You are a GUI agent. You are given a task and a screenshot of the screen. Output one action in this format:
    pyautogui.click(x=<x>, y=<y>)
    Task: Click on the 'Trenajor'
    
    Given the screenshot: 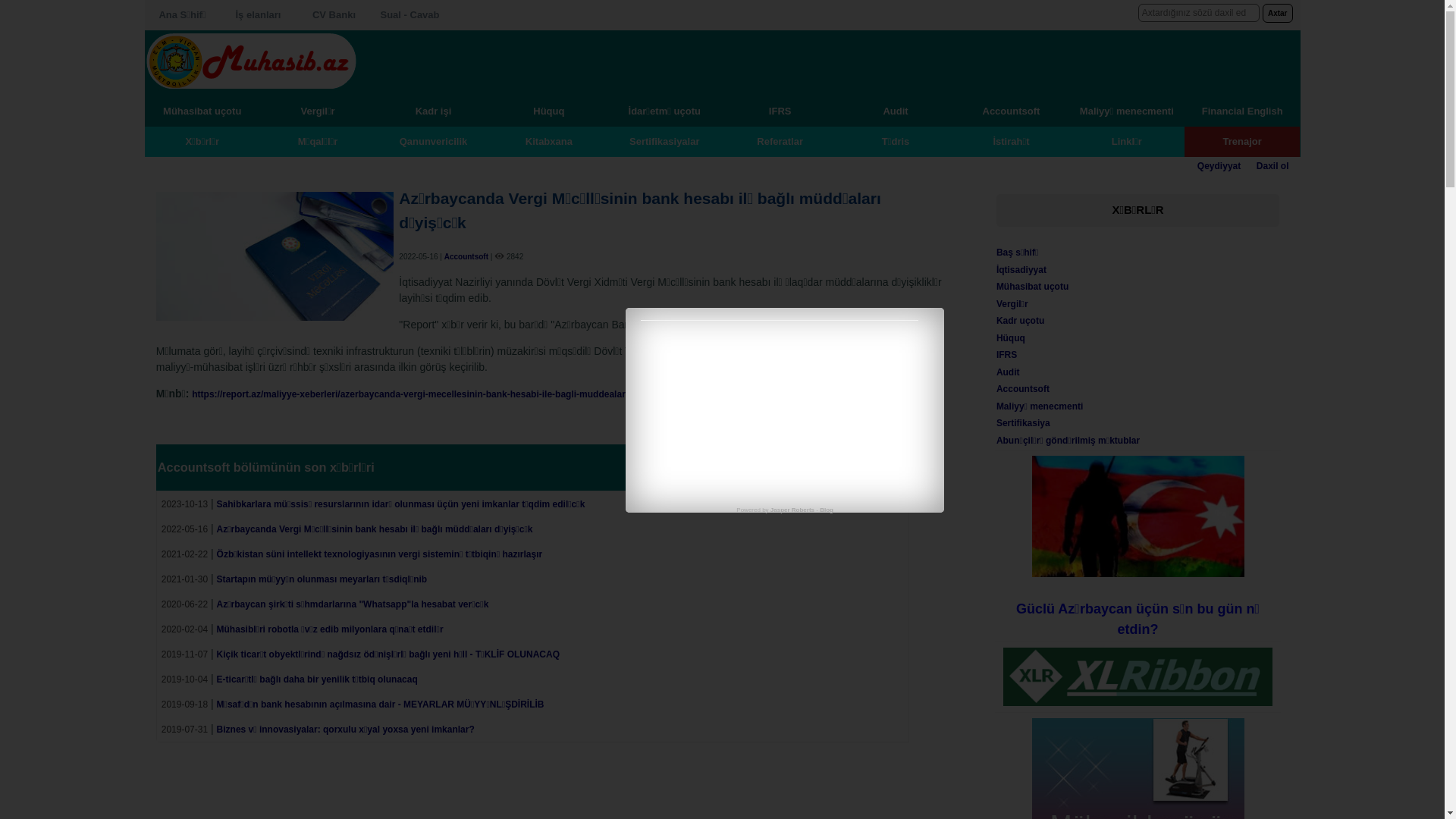 What is the action you would take?
    pyautogui.click(x=1241, y=140)
    